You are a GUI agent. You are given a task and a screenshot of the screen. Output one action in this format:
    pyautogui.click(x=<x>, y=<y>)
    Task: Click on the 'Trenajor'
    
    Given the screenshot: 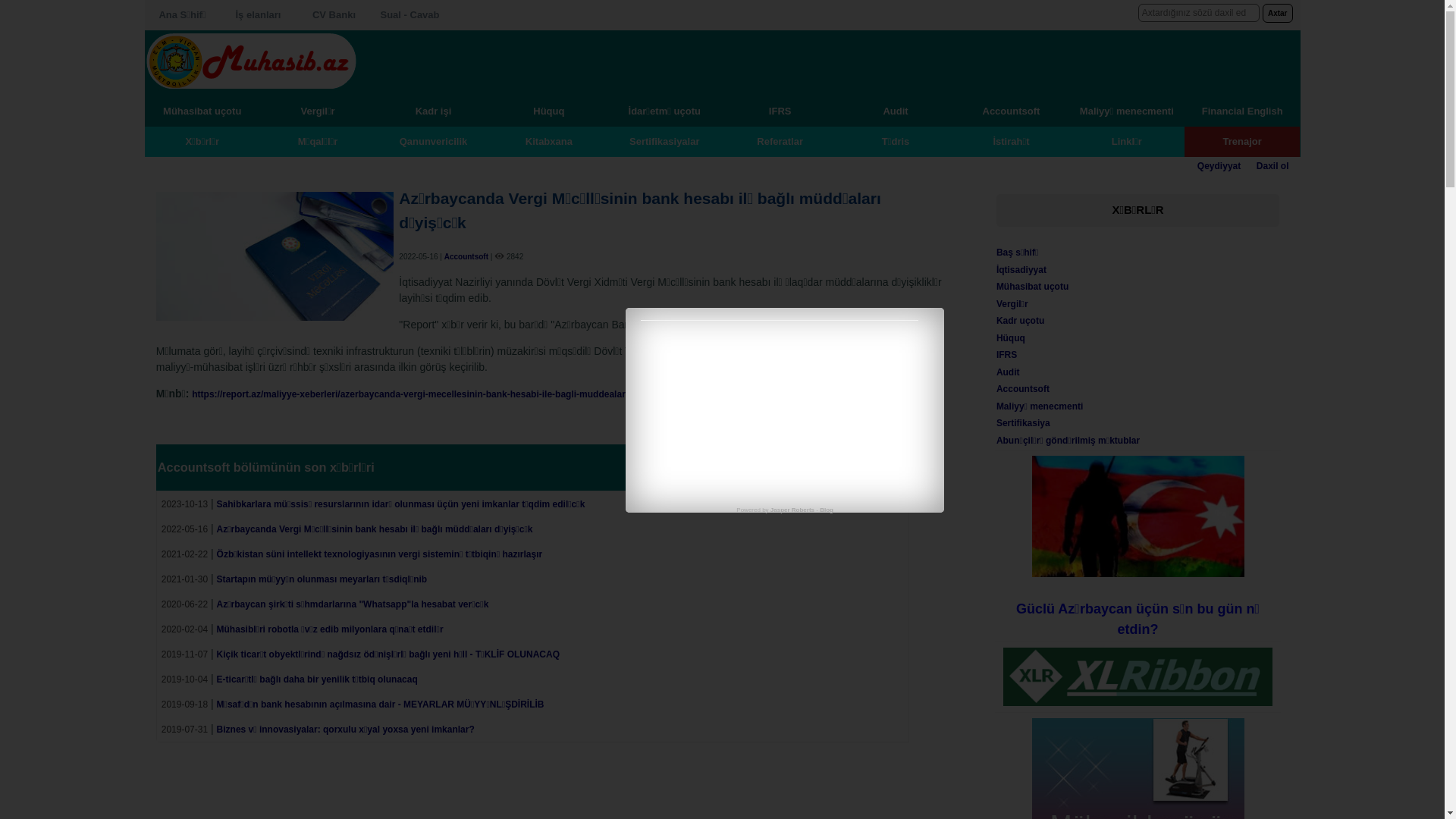 What is the action you would take?
    pyautogui.click(x=1241, y=140)
    